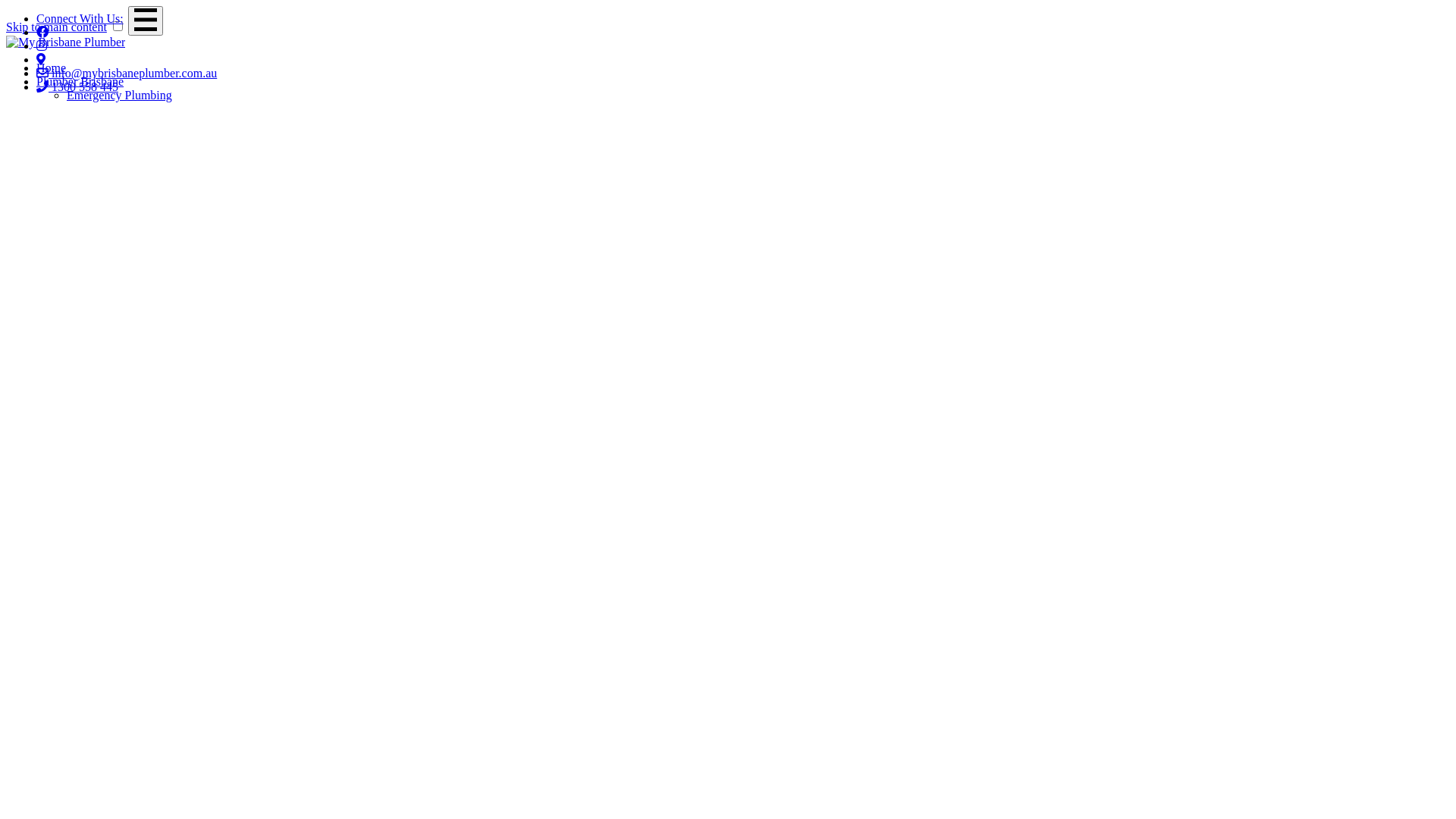  I want to click on 'Home', so click(51, 67).